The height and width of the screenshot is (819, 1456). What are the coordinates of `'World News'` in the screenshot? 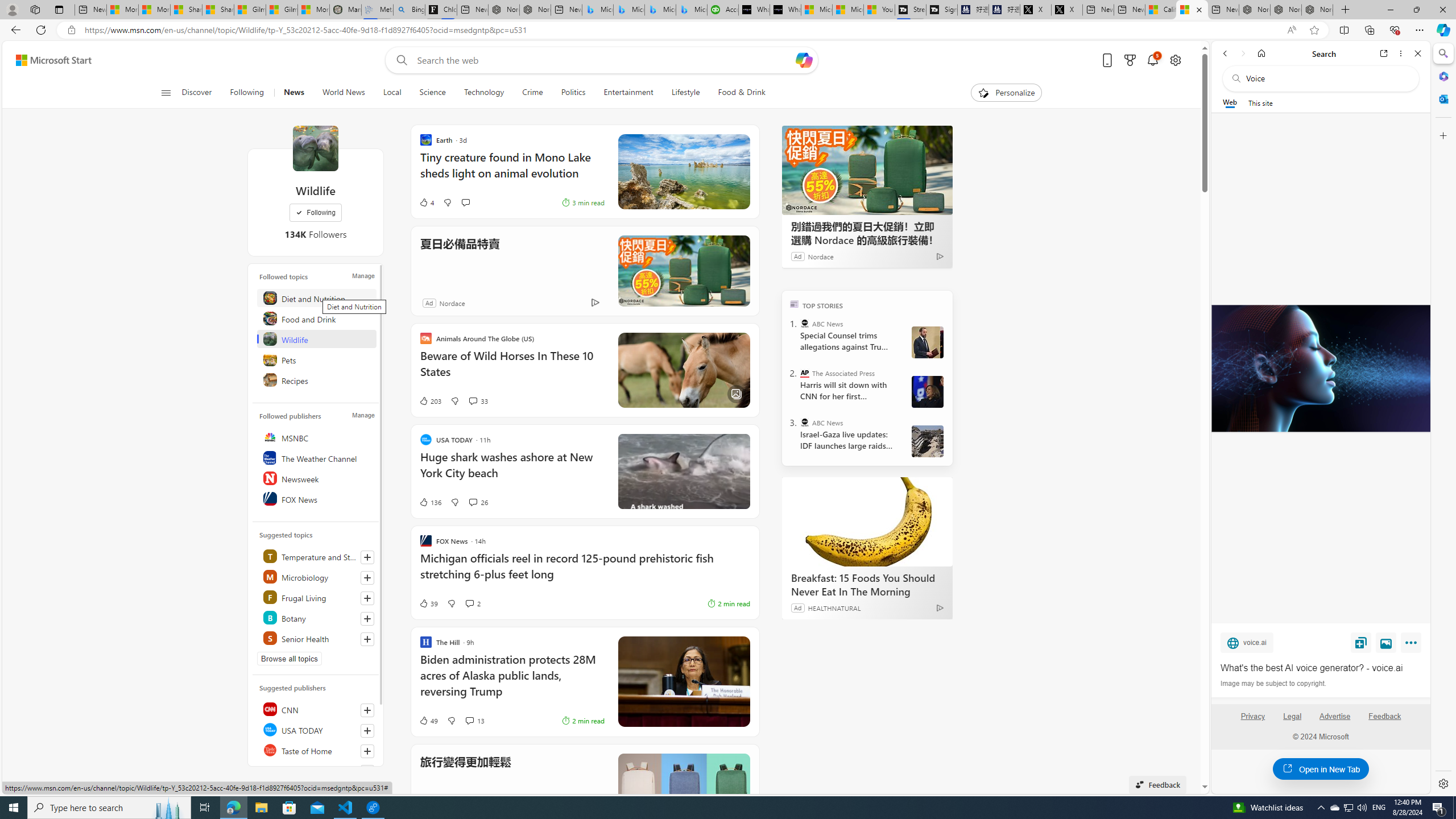 It's located at (343, 92).